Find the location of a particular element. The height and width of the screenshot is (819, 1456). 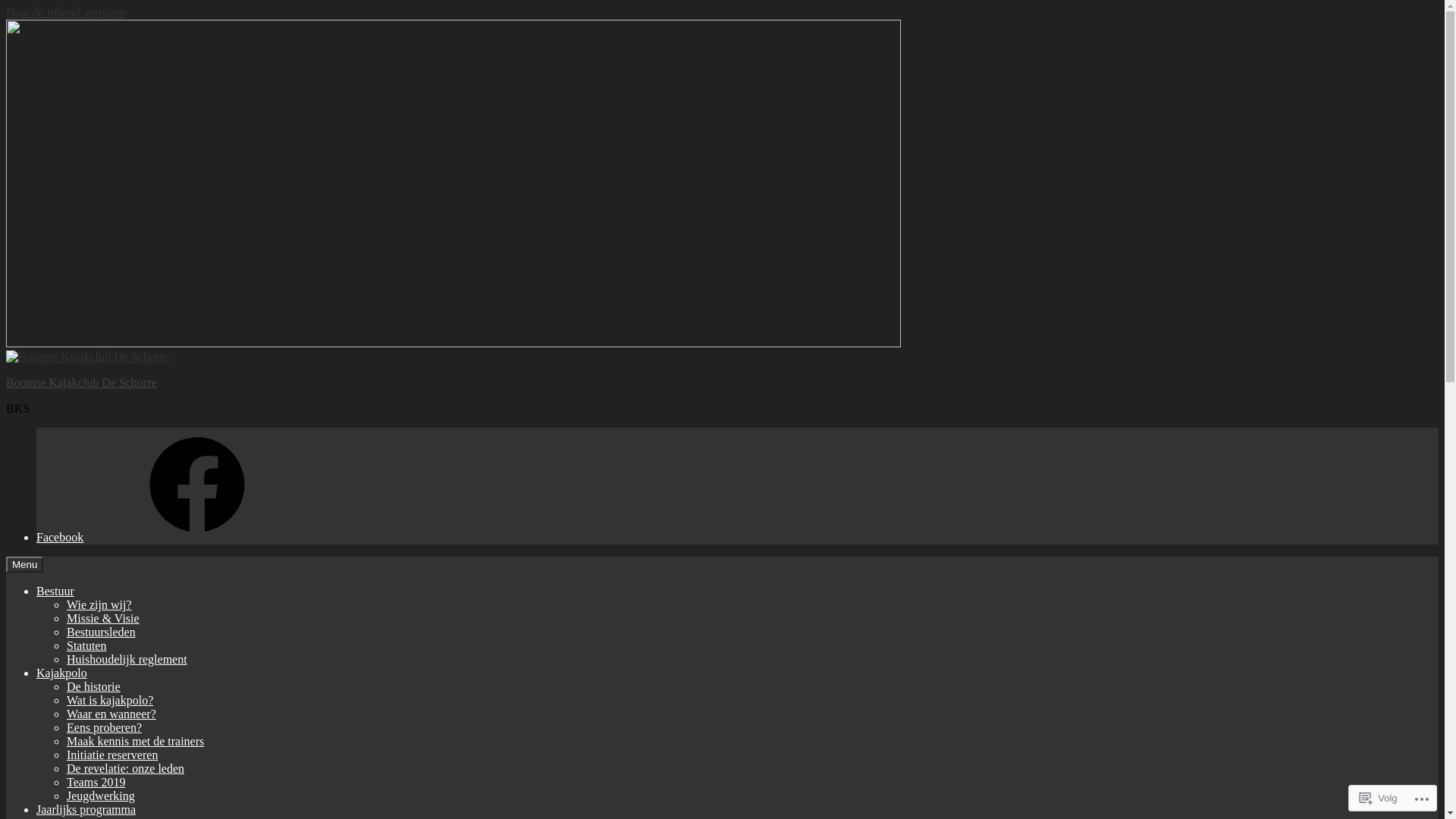

'Bestuursleden' is located at coordinates (100, 632).